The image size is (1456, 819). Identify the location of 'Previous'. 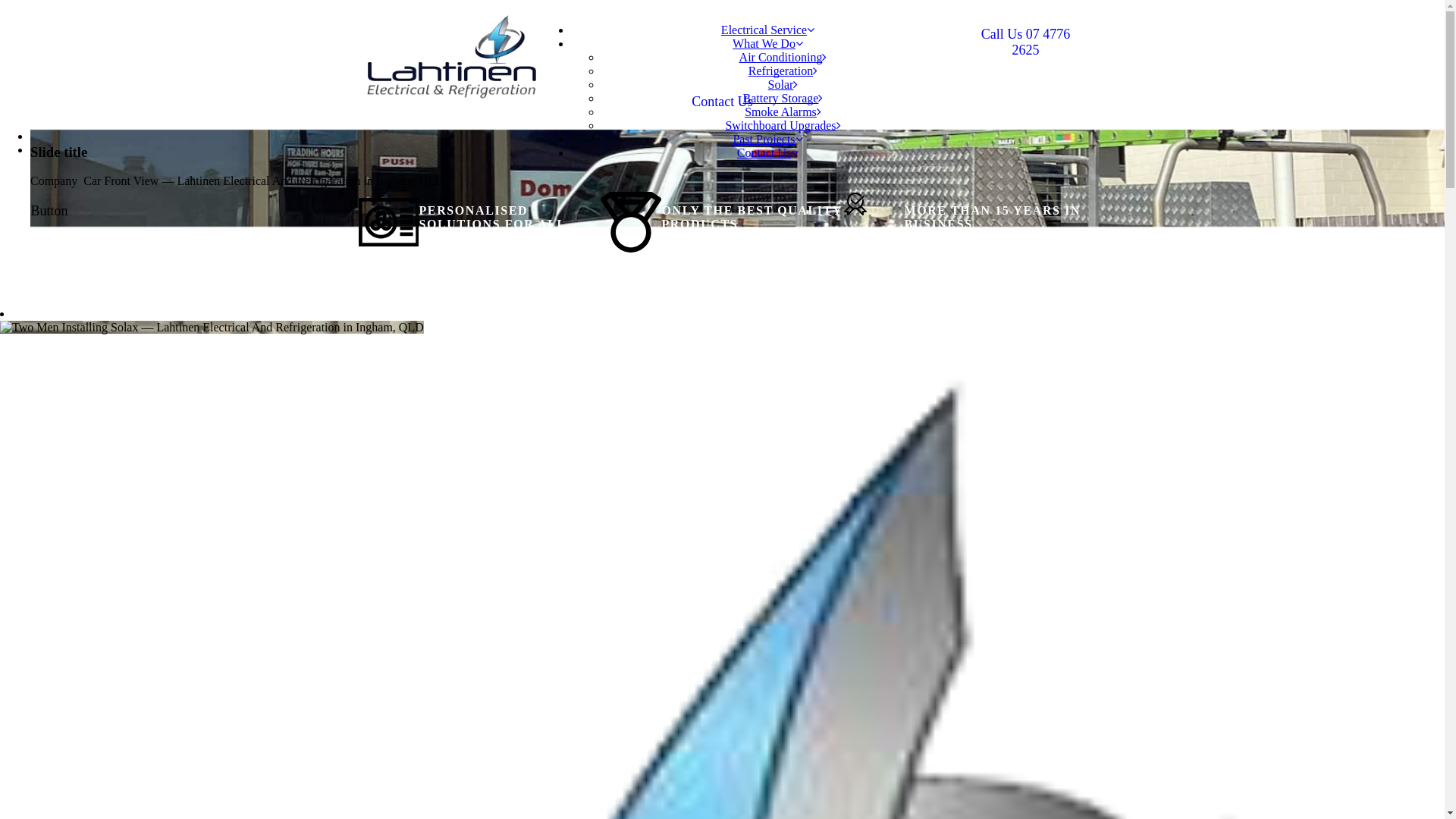
(30, 135).